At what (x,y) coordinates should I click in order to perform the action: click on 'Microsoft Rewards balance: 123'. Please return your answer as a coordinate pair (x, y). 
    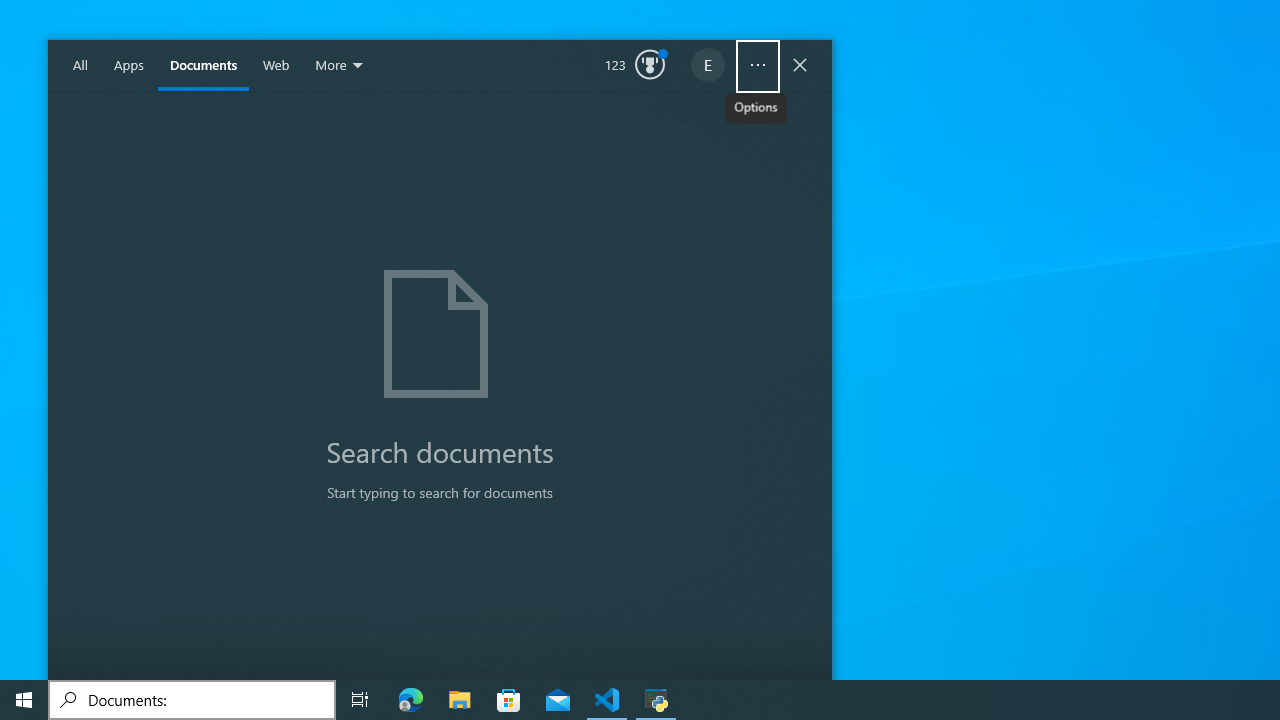
    Looking at the image, I should click on (634, 65).